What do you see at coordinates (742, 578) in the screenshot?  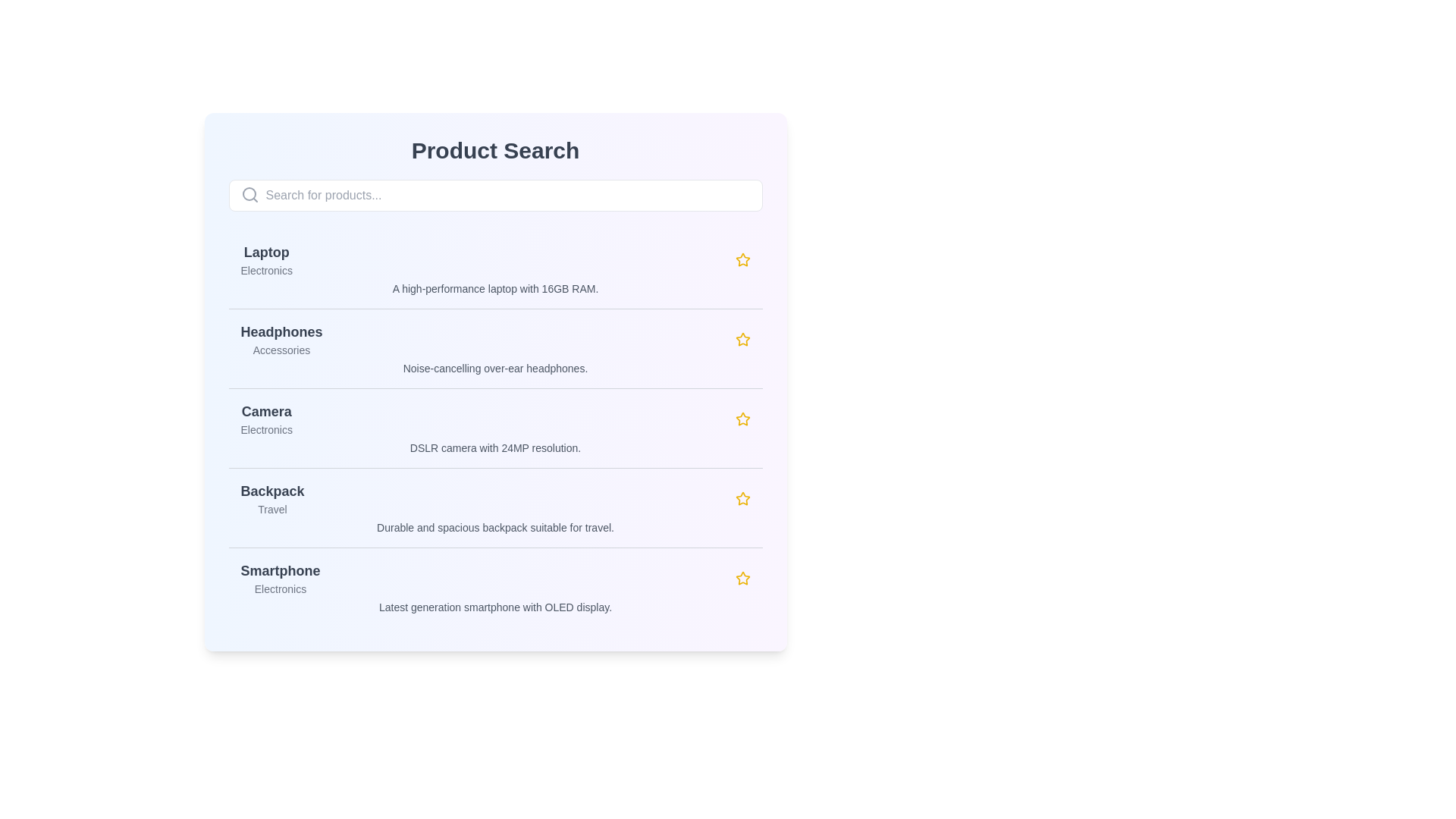 I see `the yellow five-pointed star icon at the right end of the 'Smartphone' item row to mark it as a favorite` at bounding box center [742, 578].